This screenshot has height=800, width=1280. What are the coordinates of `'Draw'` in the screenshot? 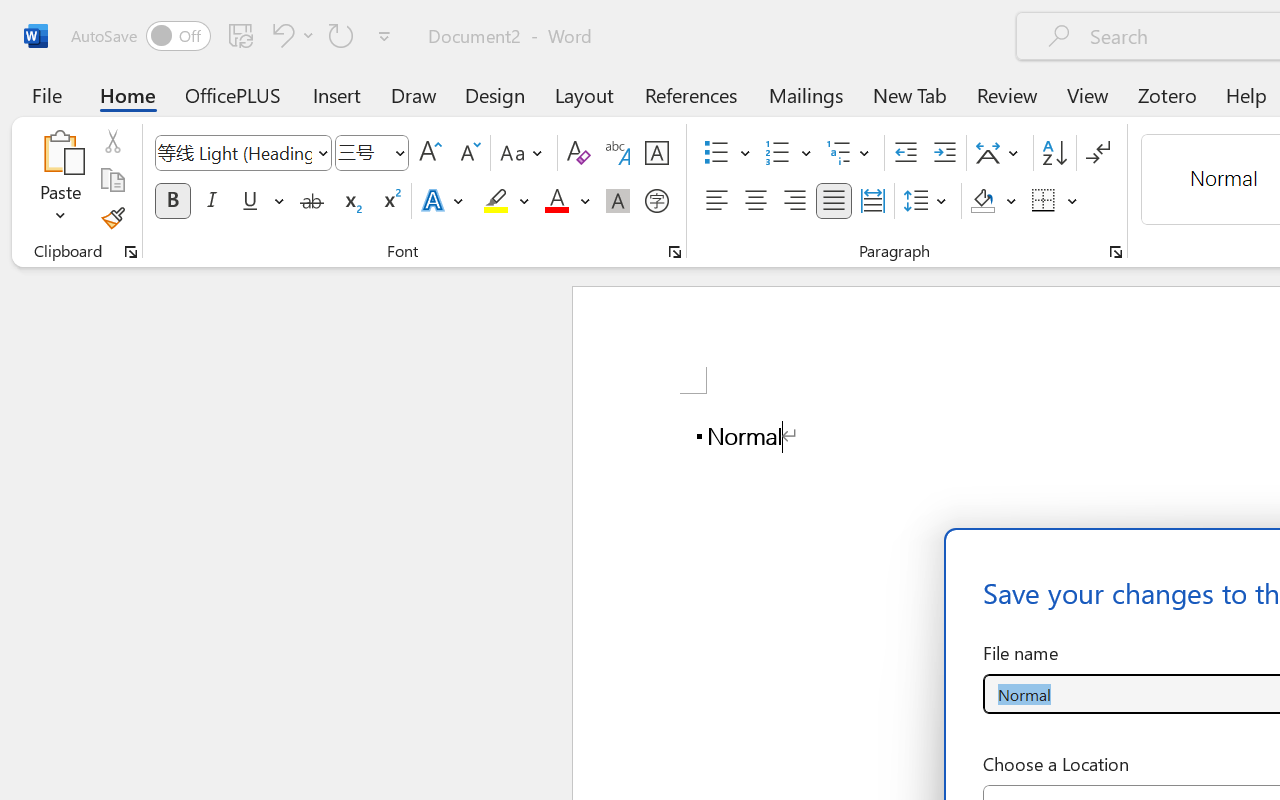 It's located at (413, 94).